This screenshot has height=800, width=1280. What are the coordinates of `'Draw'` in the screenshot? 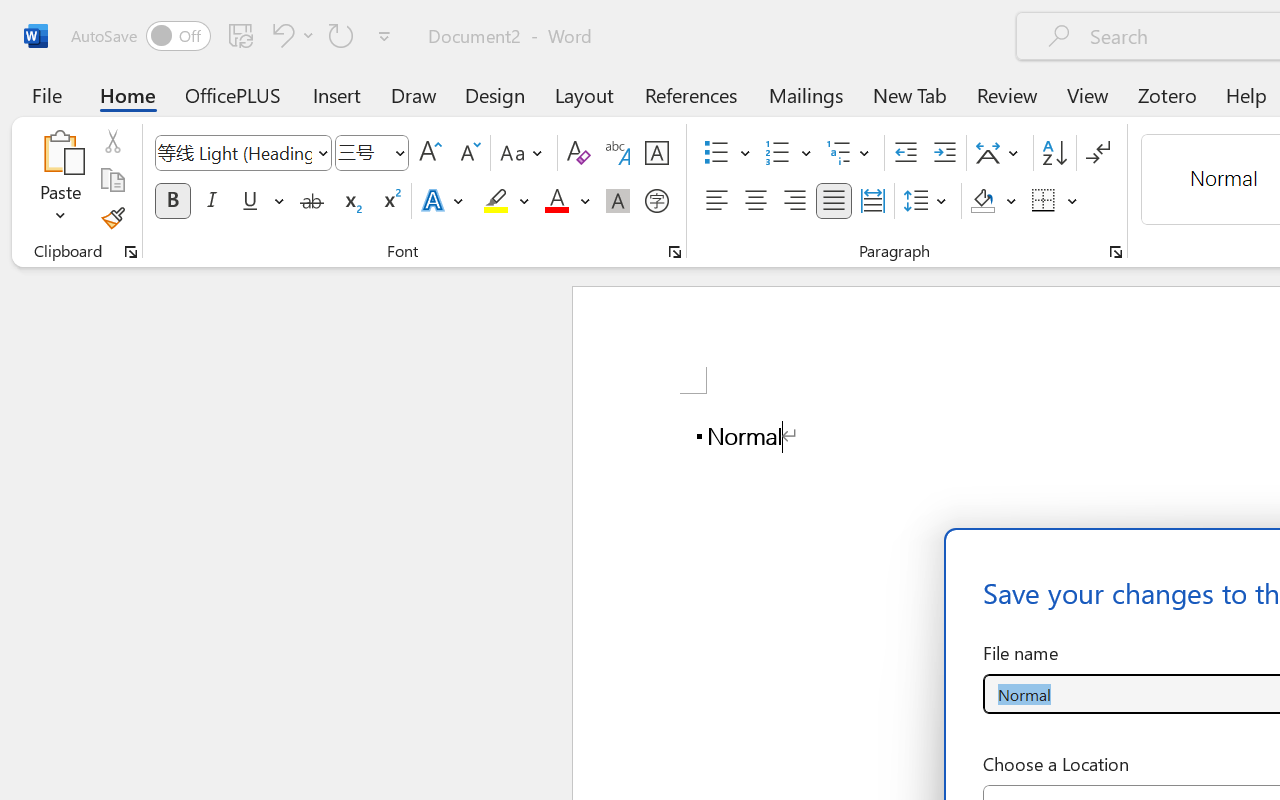 It's located at (413, 94).